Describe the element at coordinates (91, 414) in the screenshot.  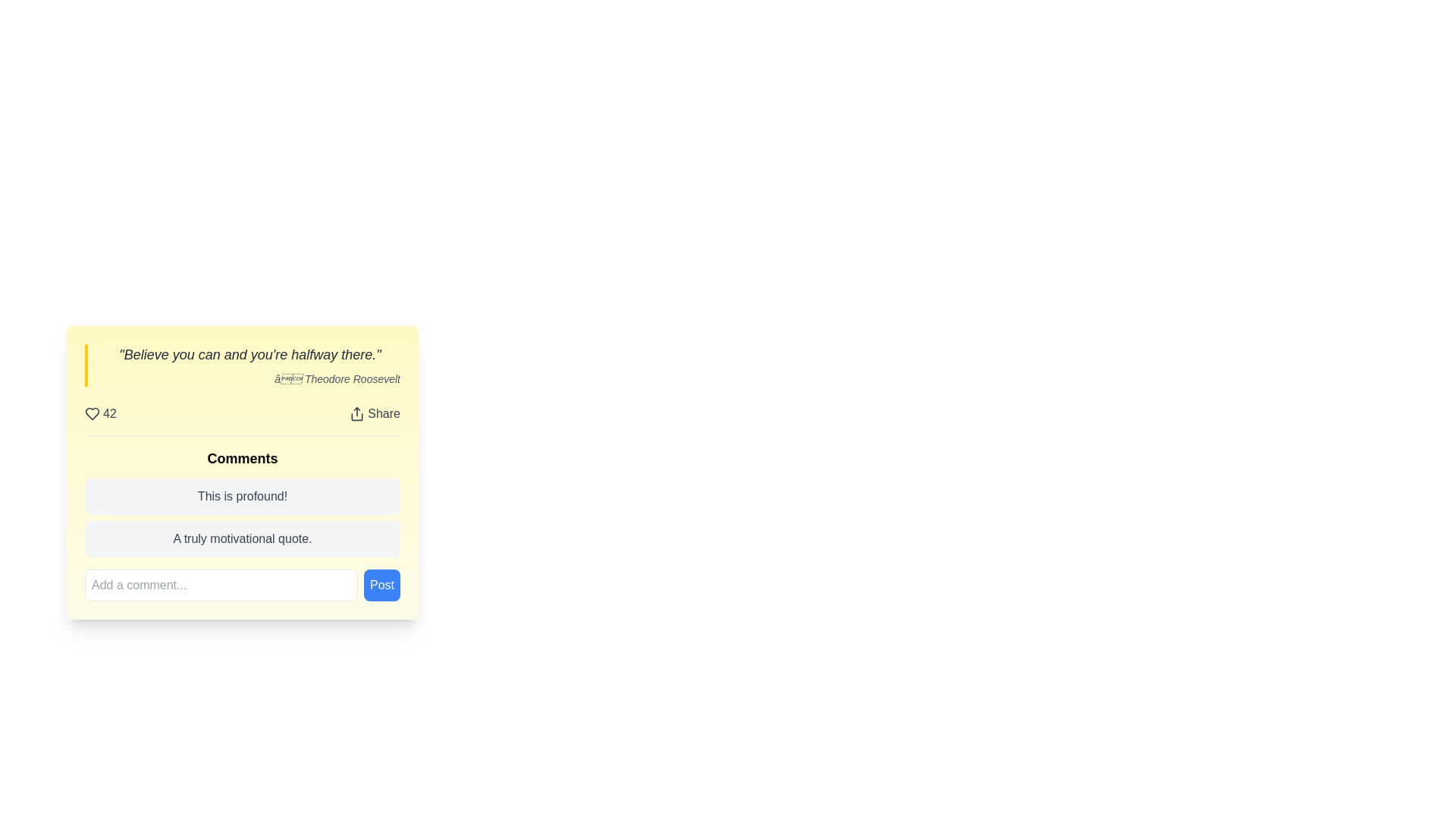
I see `the heart-shaped icon outlined in a dark color` at that location.